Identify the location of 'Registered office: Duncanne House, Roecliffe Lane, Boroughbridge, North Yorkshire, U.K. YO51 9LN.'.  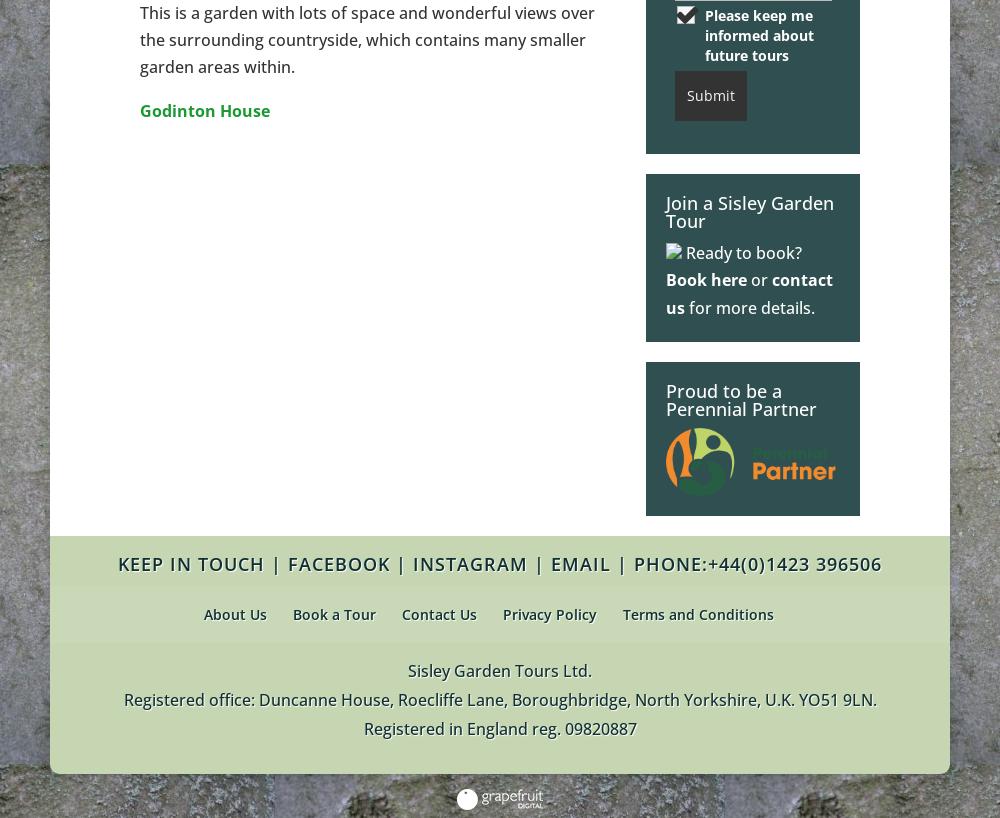
(498, 698).